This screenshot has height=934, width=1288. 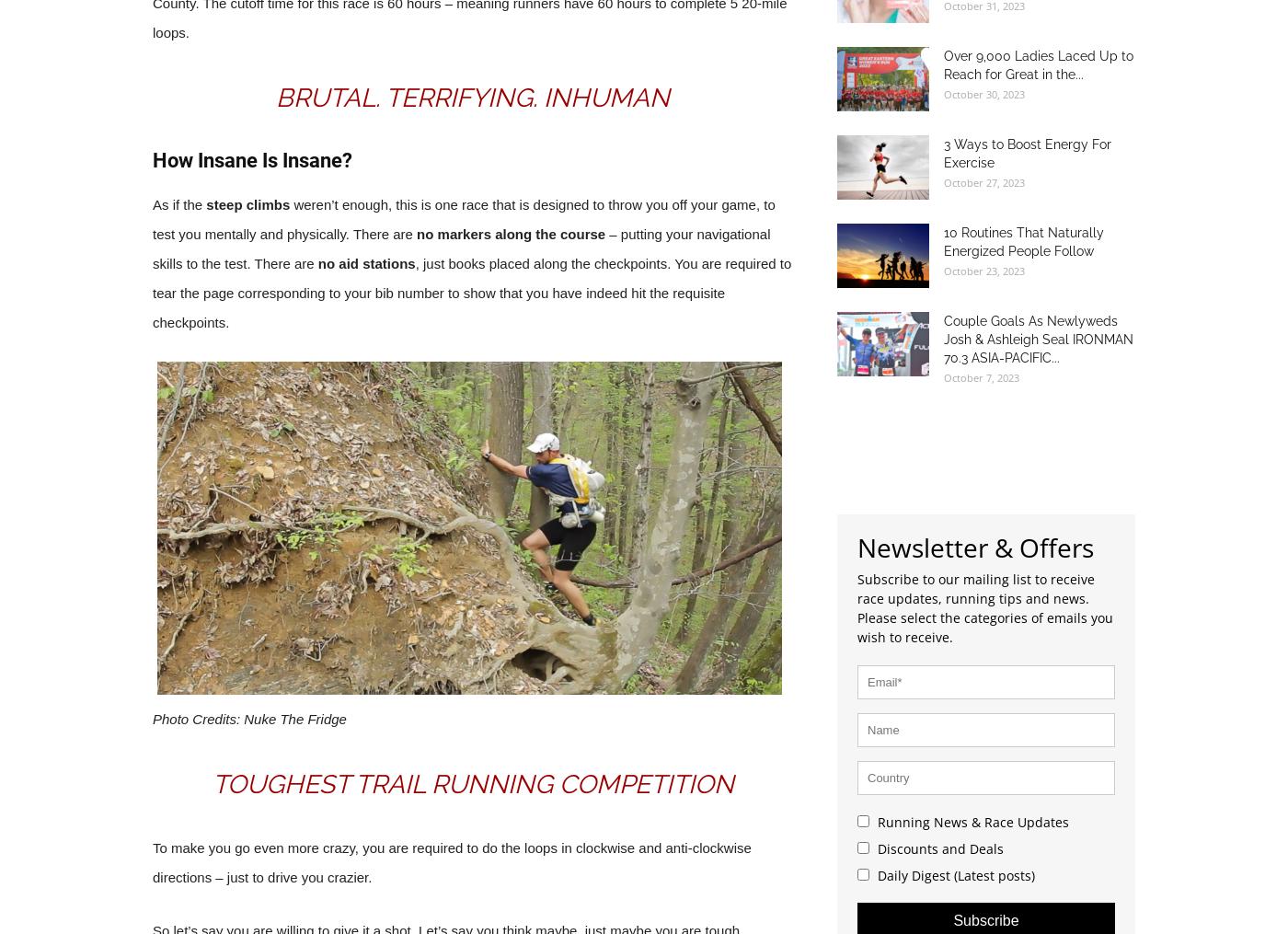 What do you see at coordinates (472, 784) in the screenshot?
I see `'TOUGHEST TRAIL RUNNING COMPETITION'` at bounding box center [472, 784].